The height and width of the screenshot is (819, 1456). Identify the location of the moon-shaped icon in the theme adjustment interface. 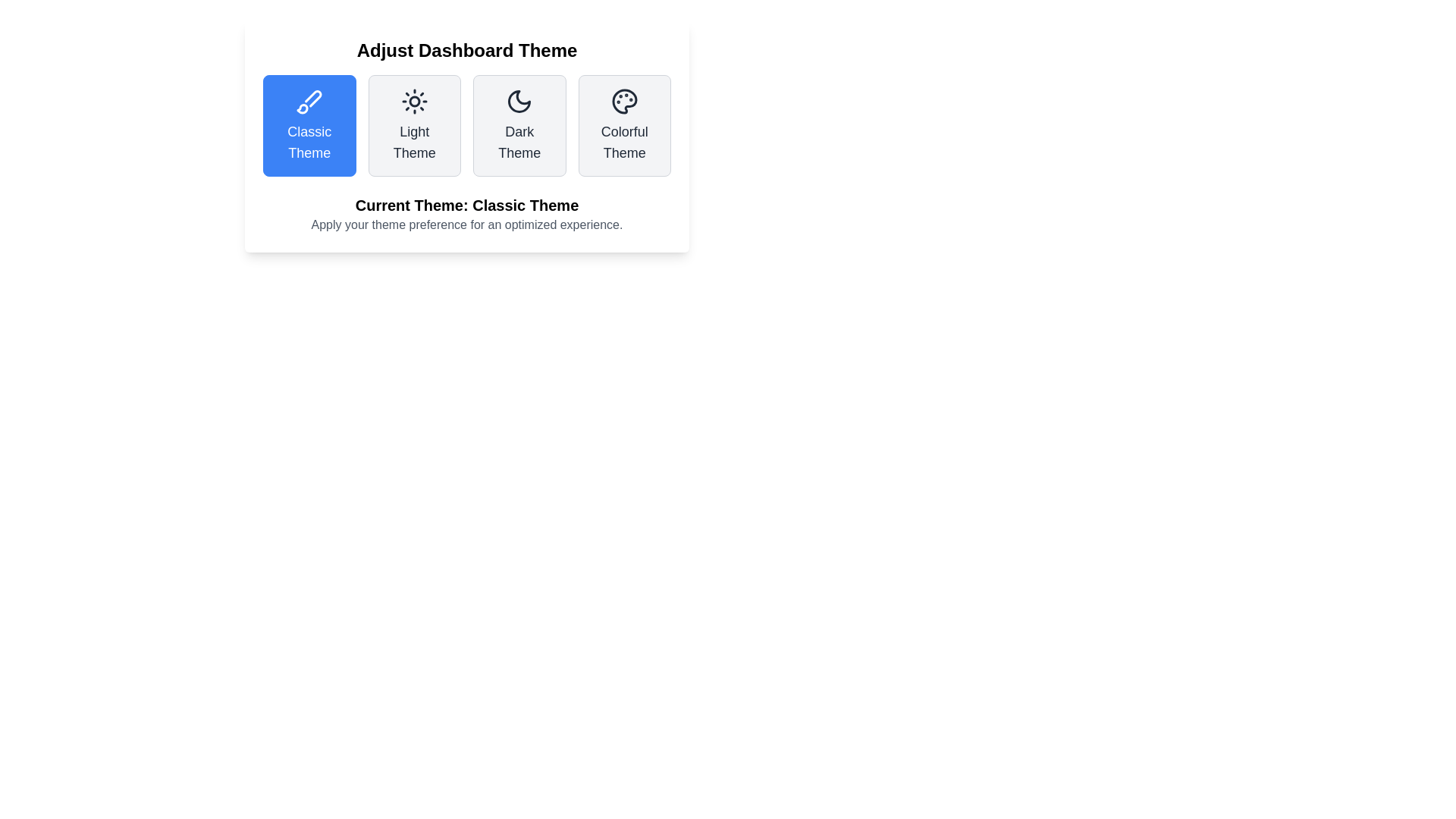
(519, 102).